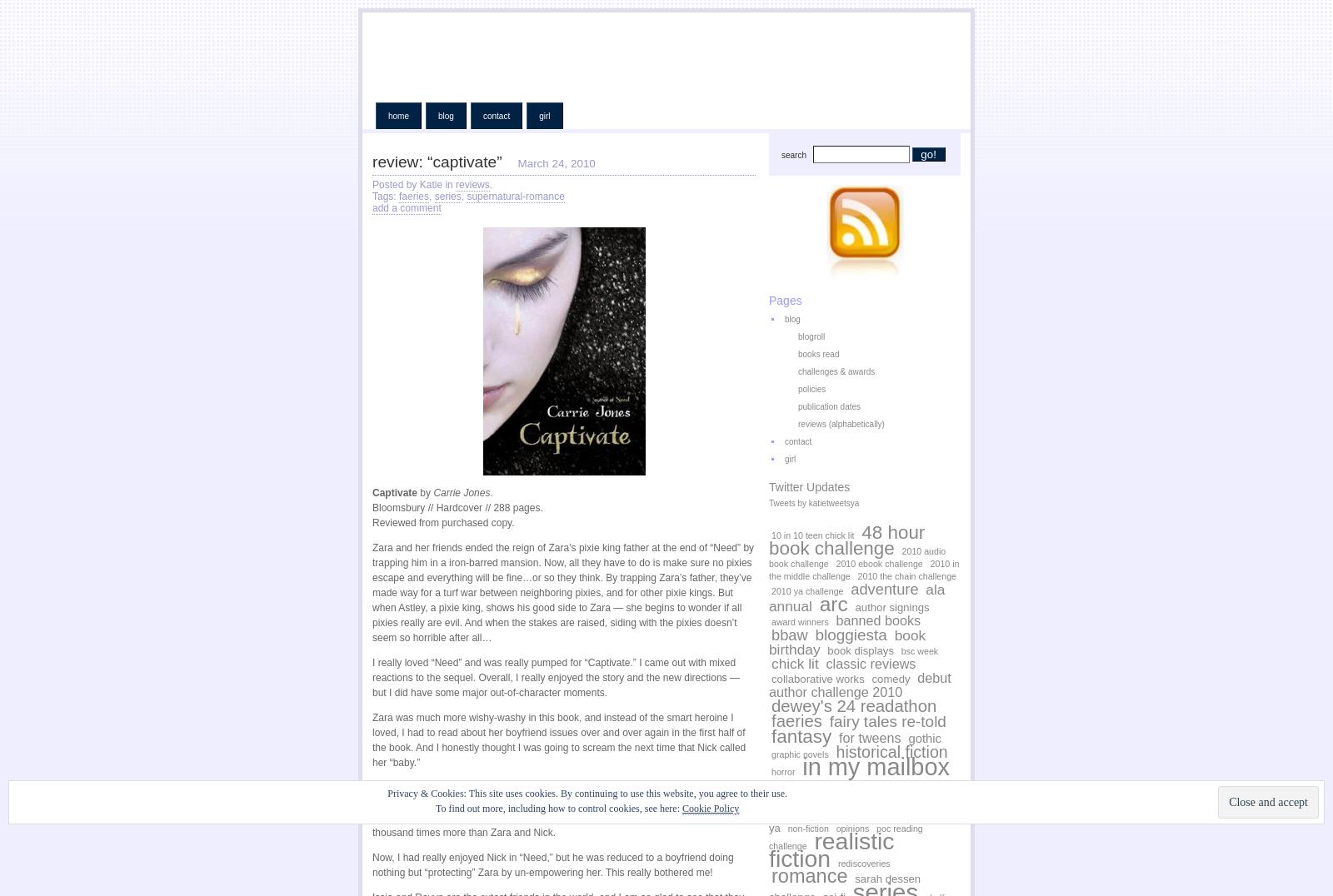 The height and width of the screenshot is (896, 1333). Describe the element at coordinates (828, 406) in the screenshot. I see `'publication dates'` at that location.